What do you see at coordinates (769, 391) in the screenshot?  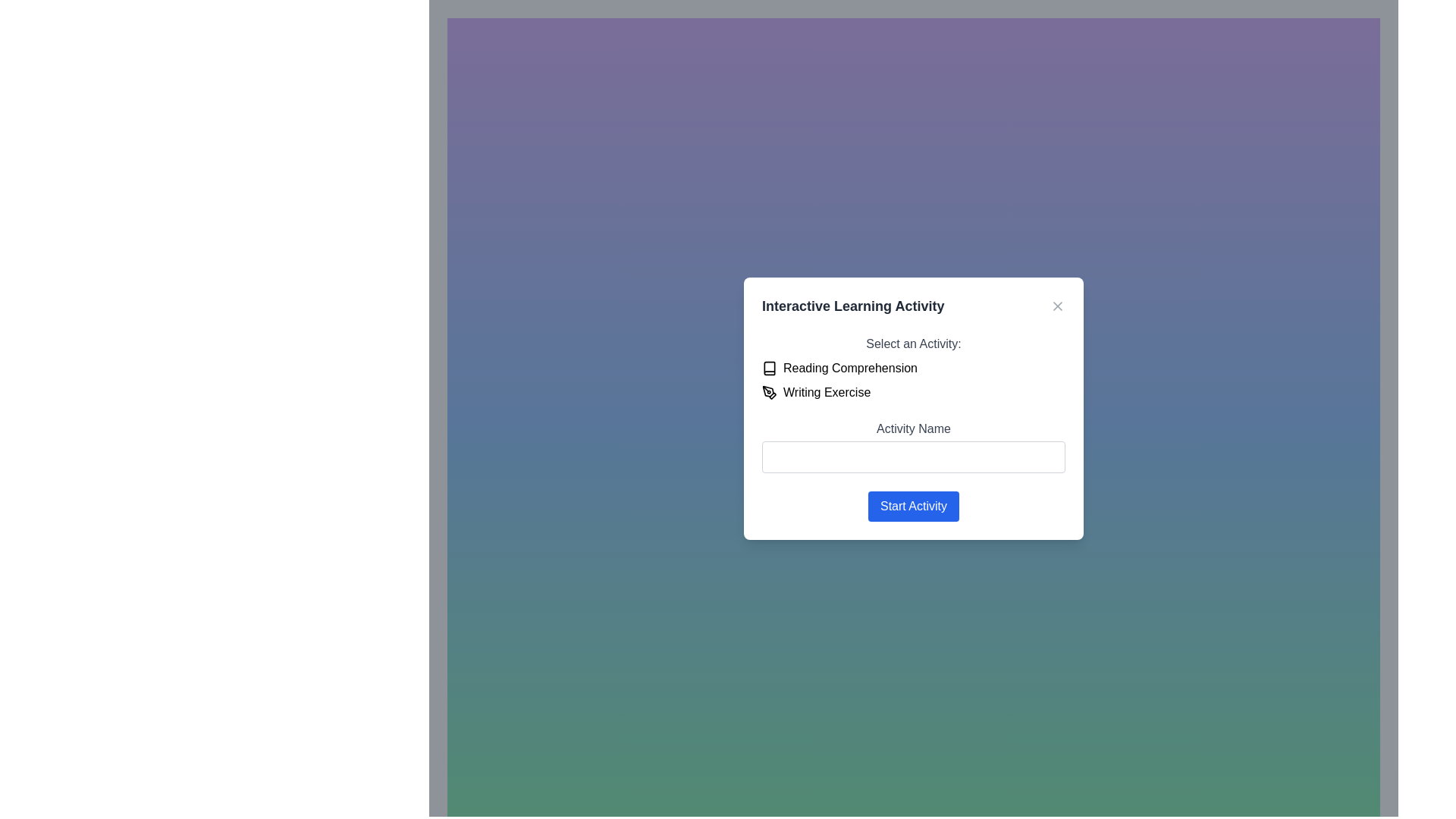 I see `the graphical pen tool icon that is part of the selectable option in the activity list, located to the left of the text 'Writing Exercise'` at bounding box center [769, 391].